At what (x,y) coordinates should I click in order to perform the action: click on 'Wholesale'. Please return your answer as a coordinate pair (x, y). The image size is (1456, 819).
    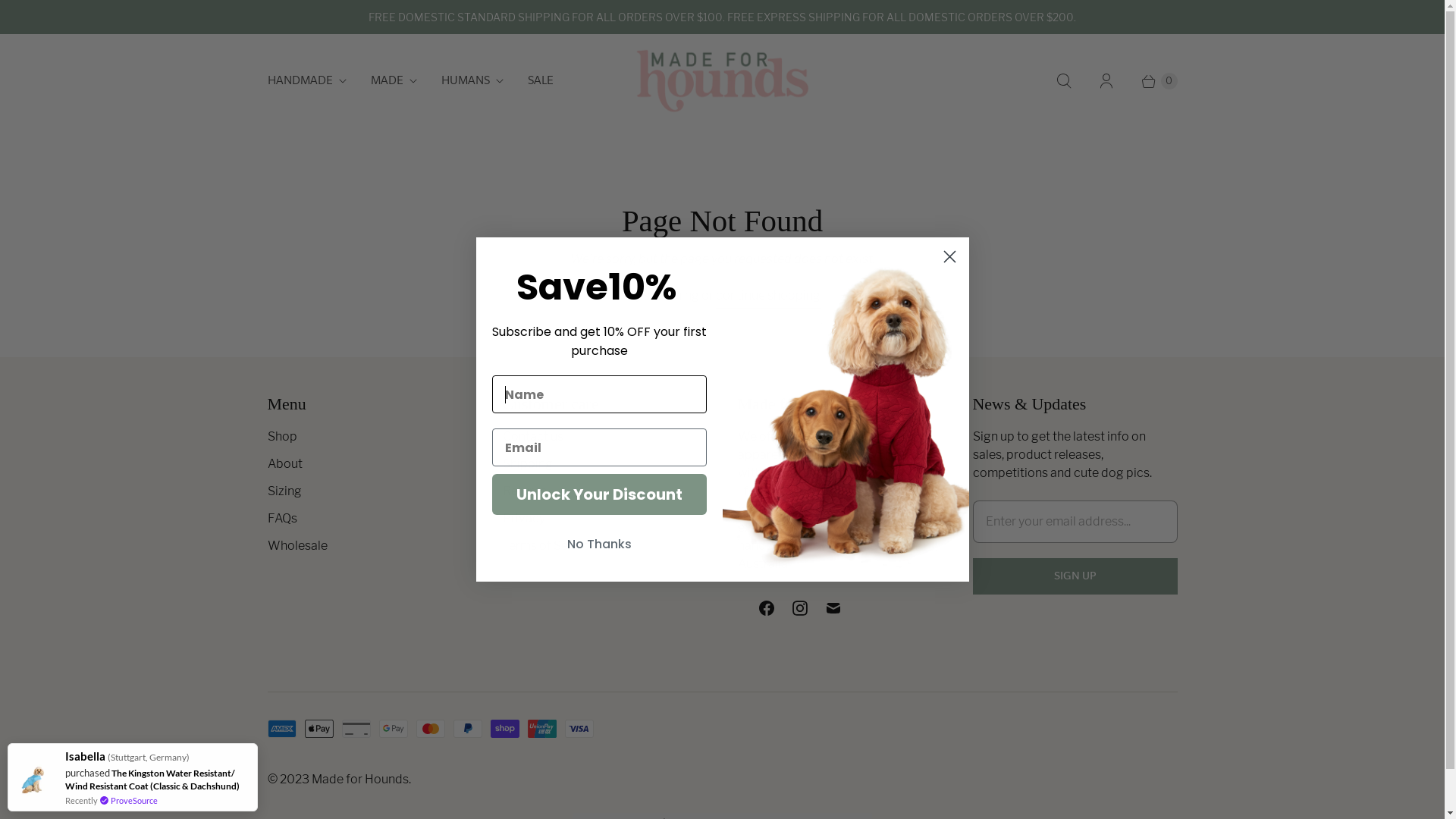
    Looking at the image, I should click on (297, 544).